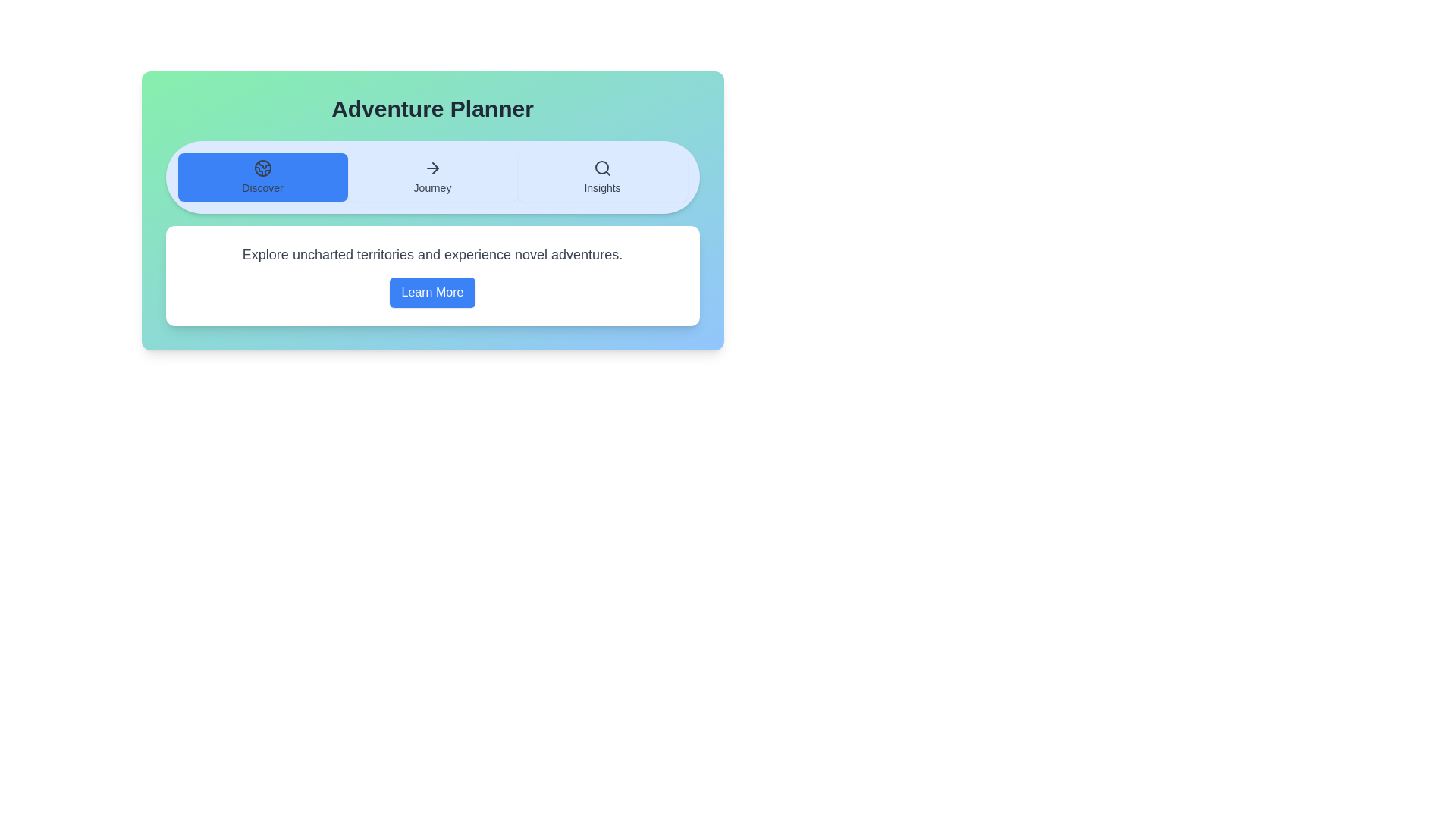 The image size is (1456, 819). Describe the element at coordinates (262, 168) in the screenshot. I see `the decorative icon within the 'Discover' button located at the top-left section of the interface` at that location.